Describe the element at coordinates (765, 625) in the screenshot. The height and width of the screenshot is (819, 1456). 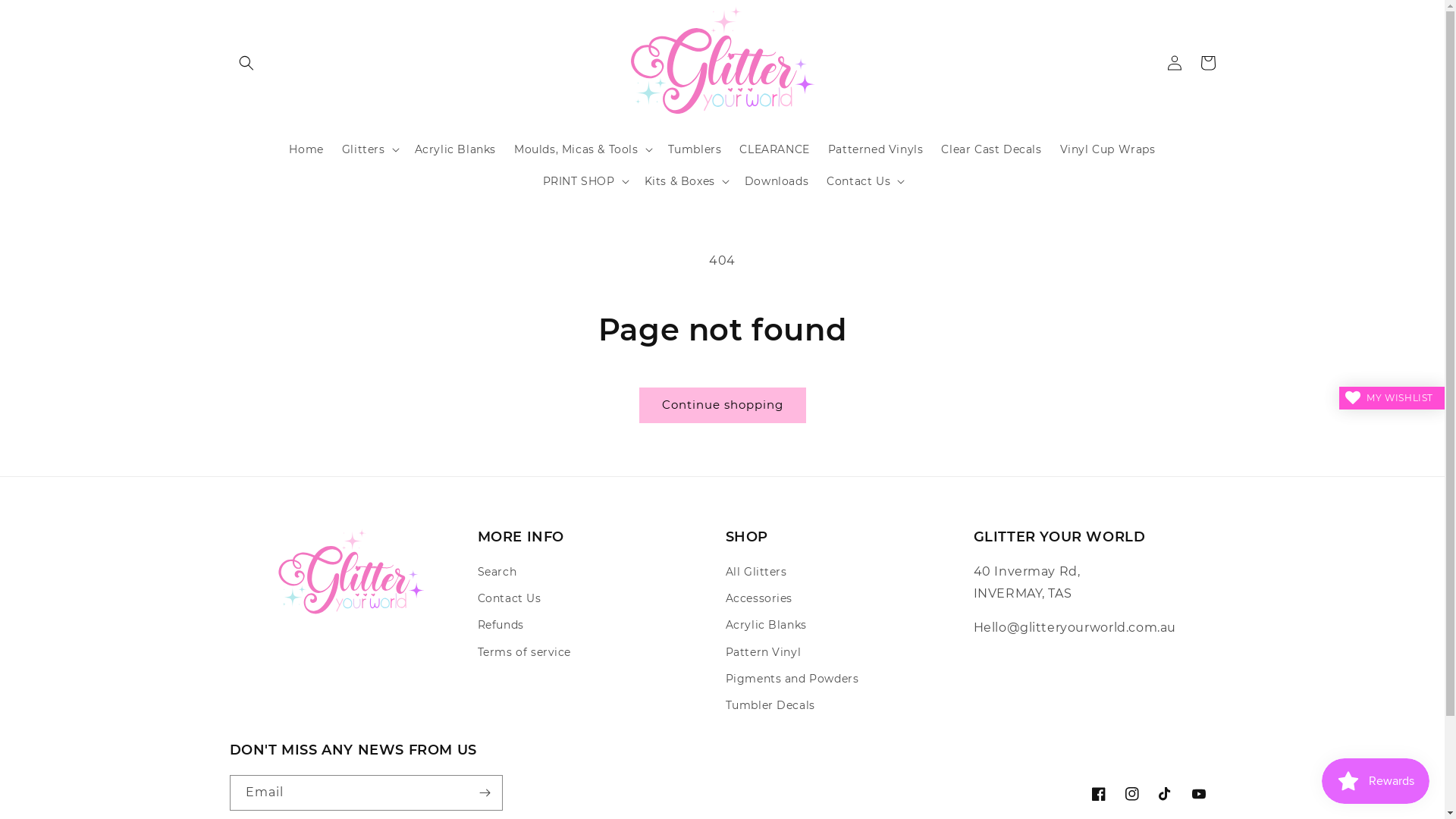
I see `'Acrylic Blanks'` at that location.